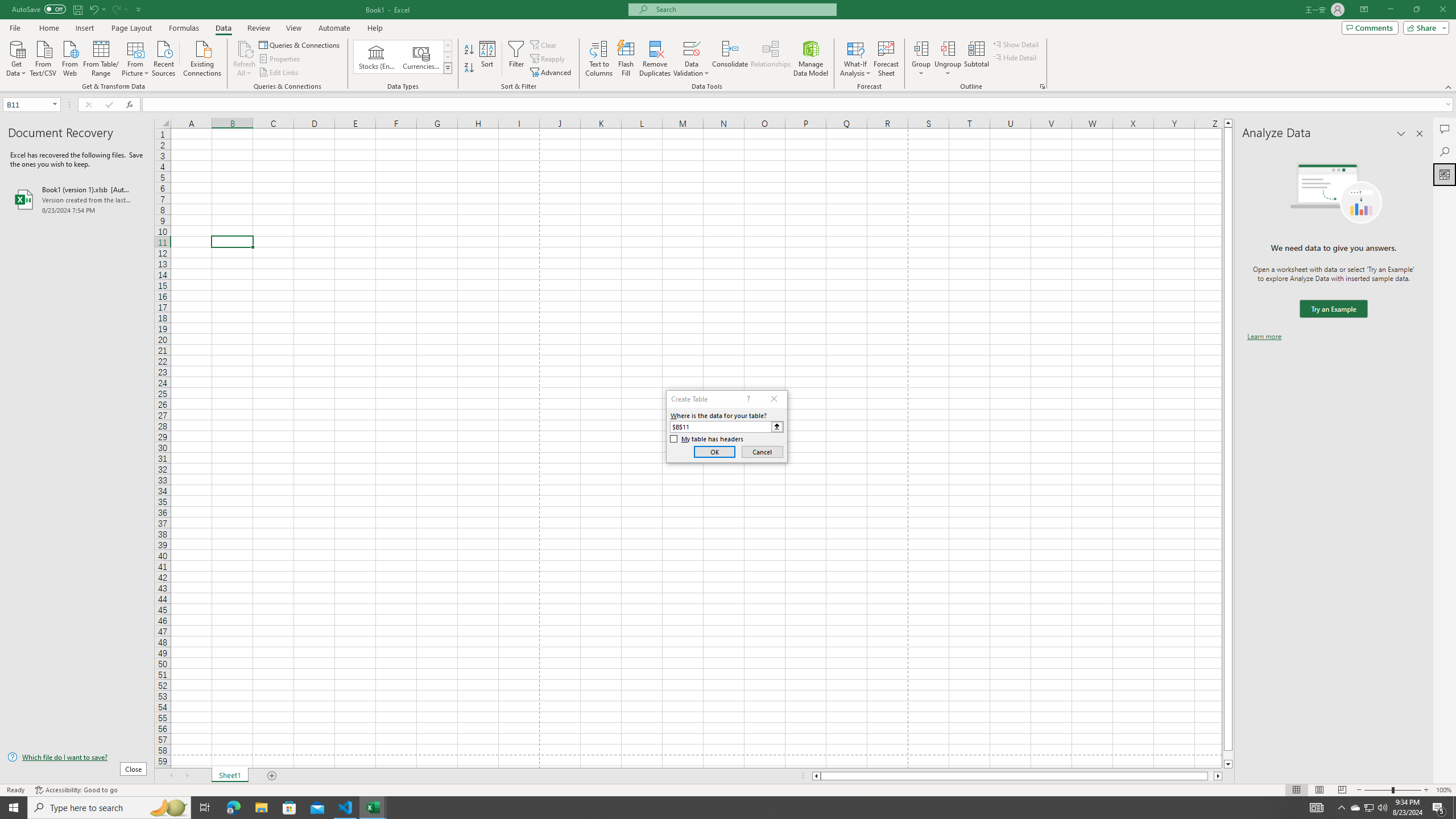  I want to click on 'Show Detail', so click(1015, 44).